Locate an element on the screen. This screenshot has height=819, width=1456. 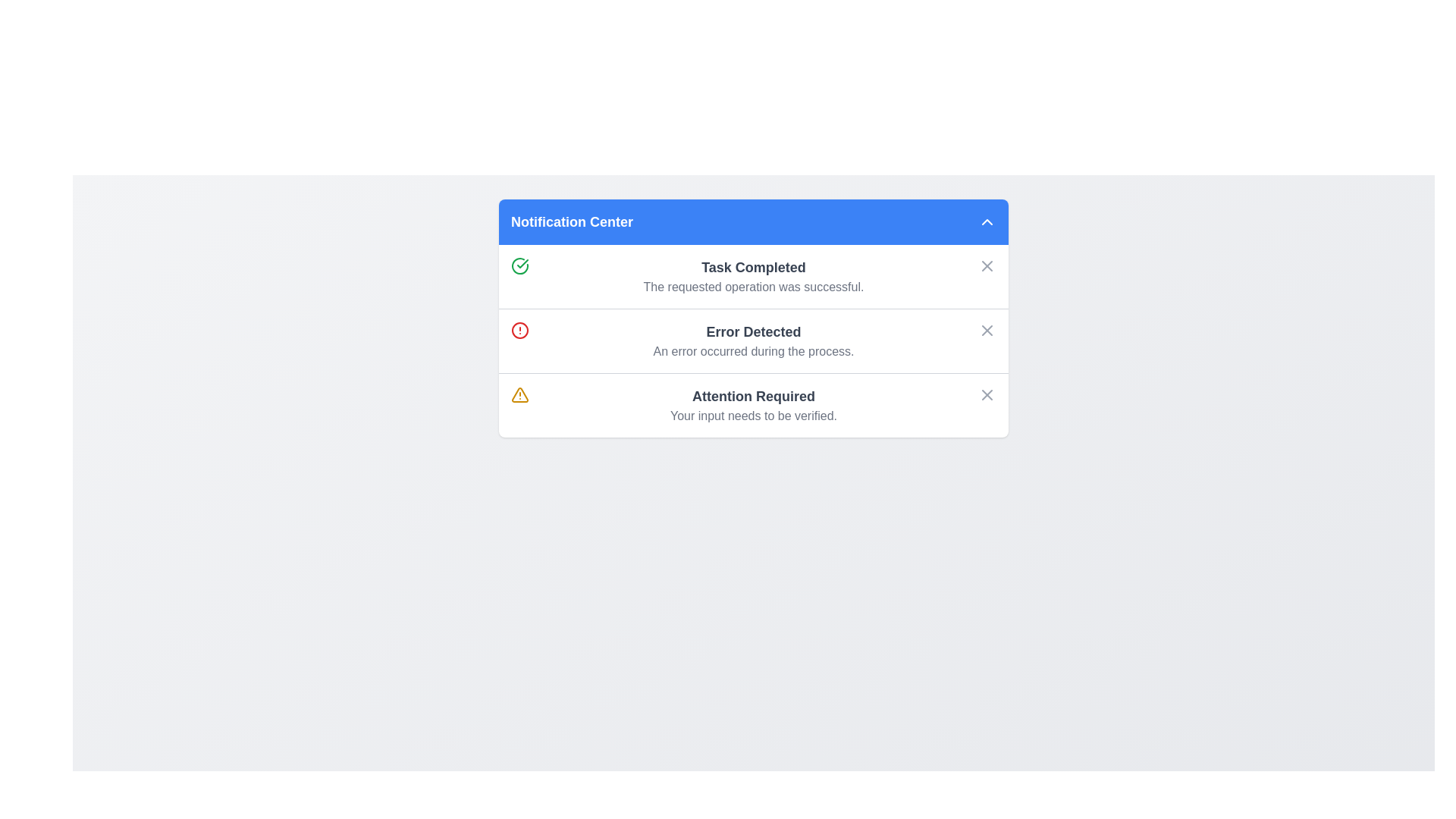
the Close button located in the top-right corner of the 'Error Detected' notification is located at coordinates (987, 329).